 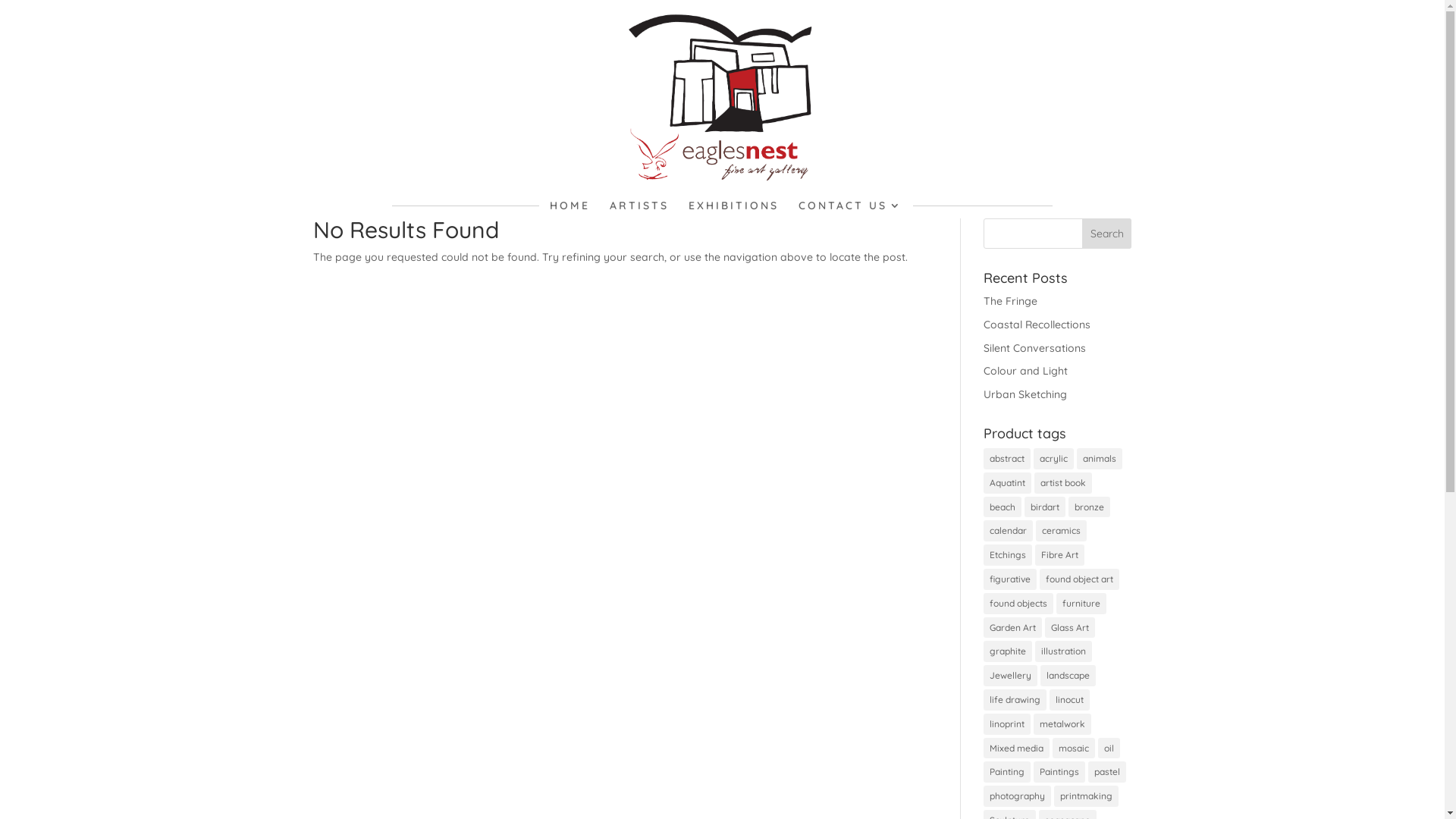 What do you see at coordinates (1036, 324) in the screenshot?
I see `'Coastal Recollections'` at bounding box center [1036, 324].